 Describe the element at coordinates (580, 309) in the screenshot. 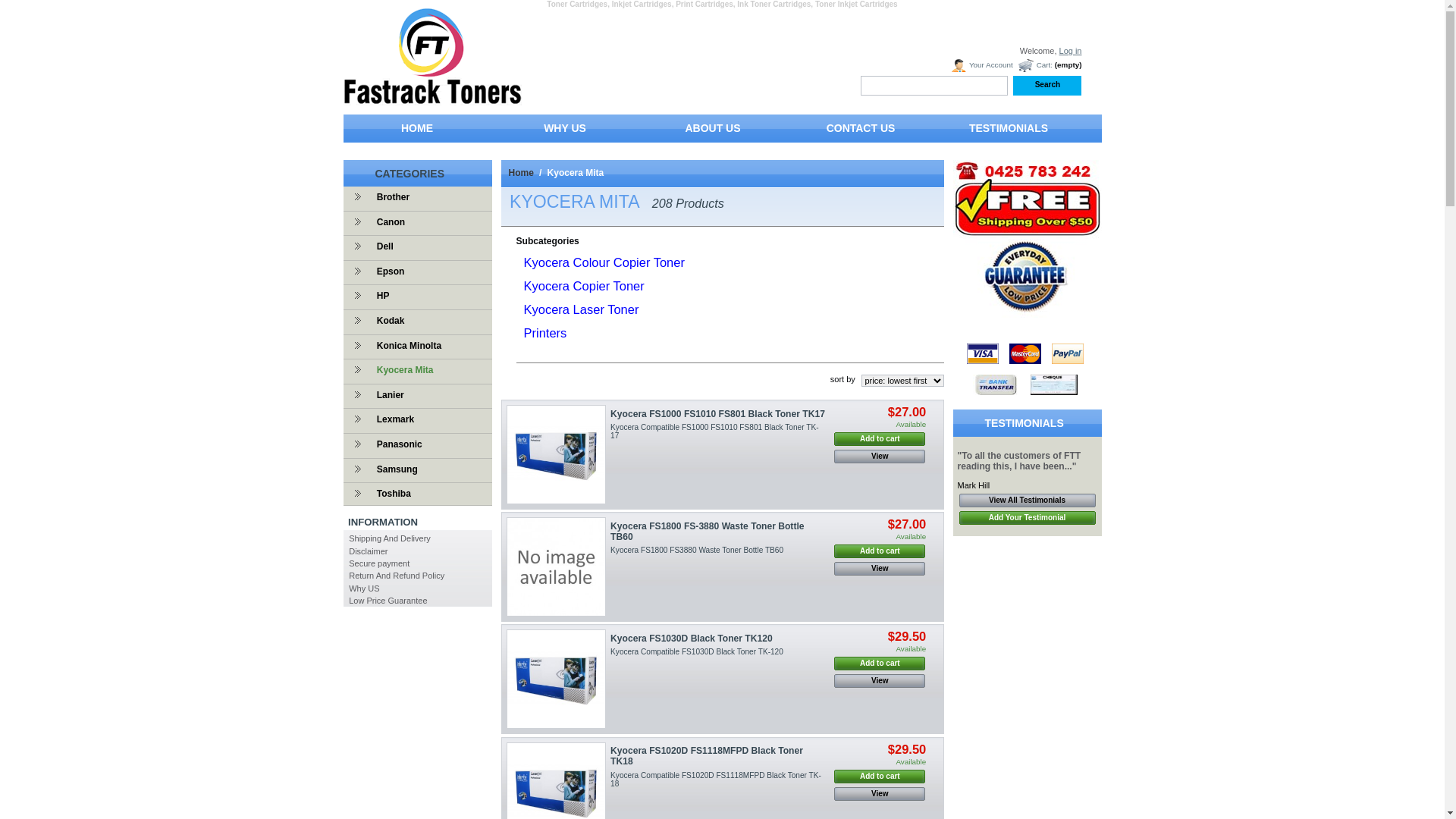

I see `'Kyocera Laser Toner'` at that location.